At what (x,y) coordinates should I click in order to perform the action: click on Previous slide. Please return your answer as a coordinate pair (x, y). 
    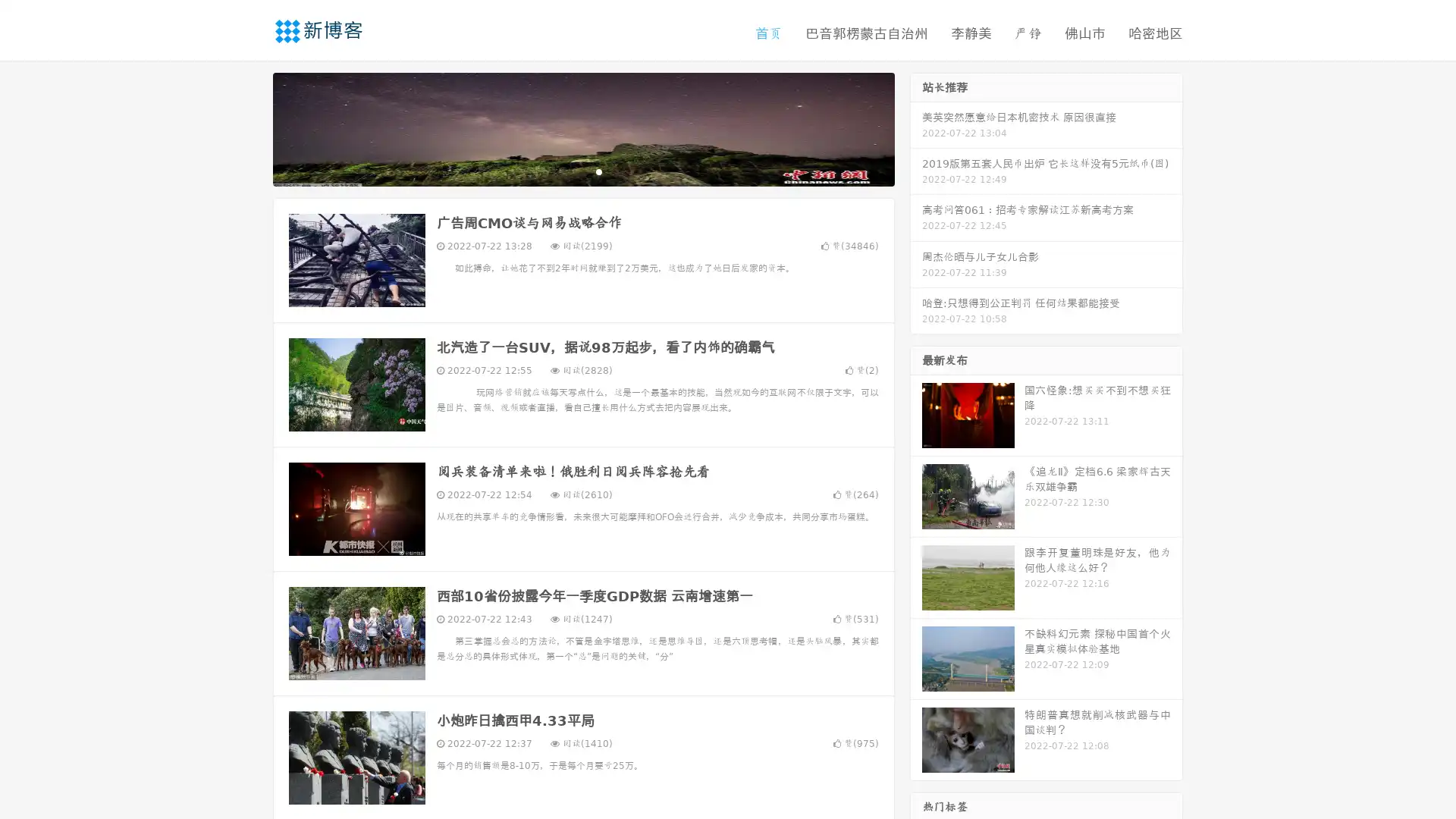
    Looking at the image, I should click on (250, 127).